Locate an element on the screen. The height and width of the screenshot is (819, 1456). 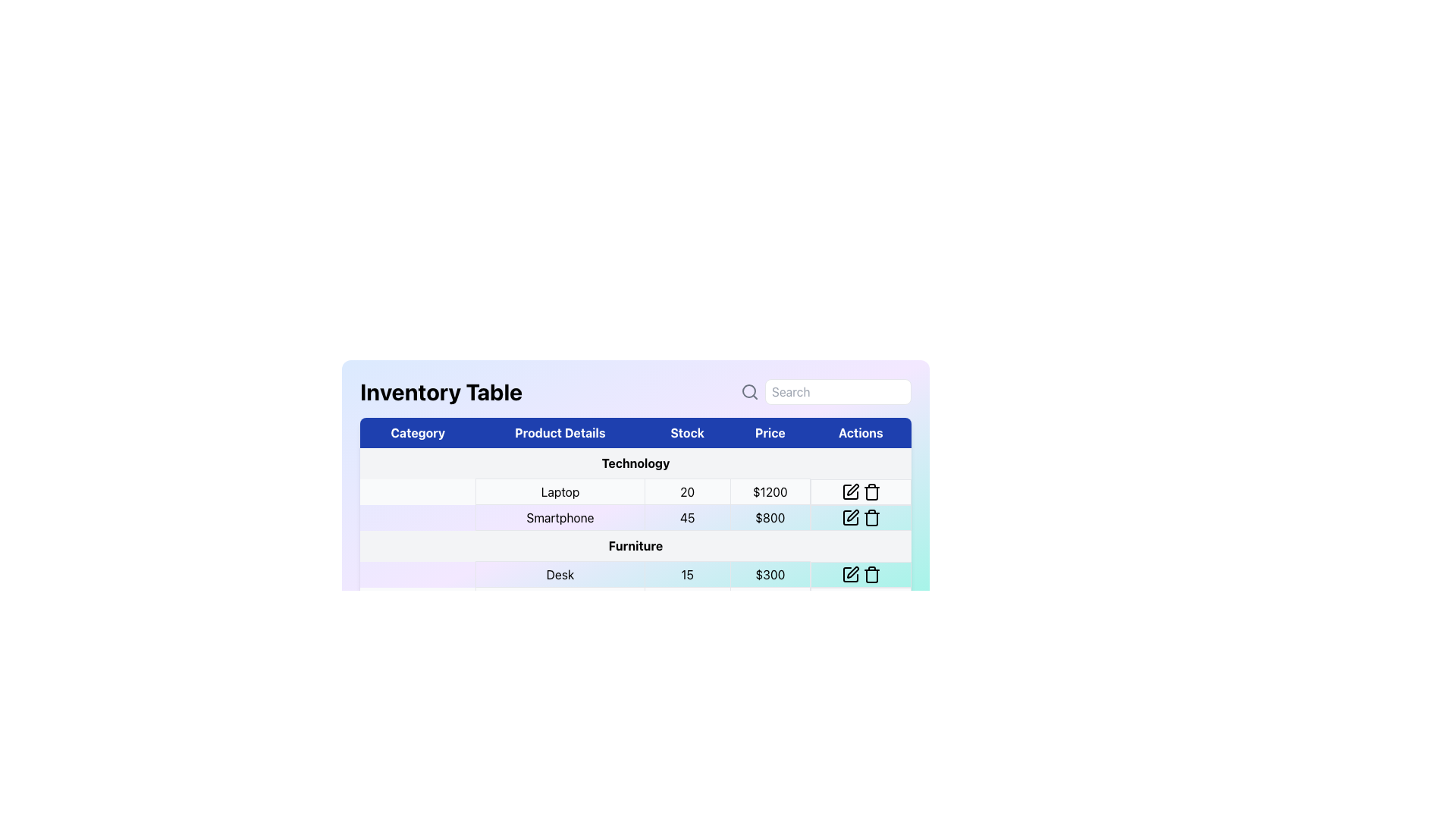
the solid square icon with a black stroke in the 'Actions' column of the 'Inventory Table' is located at coordinates (850, 574).